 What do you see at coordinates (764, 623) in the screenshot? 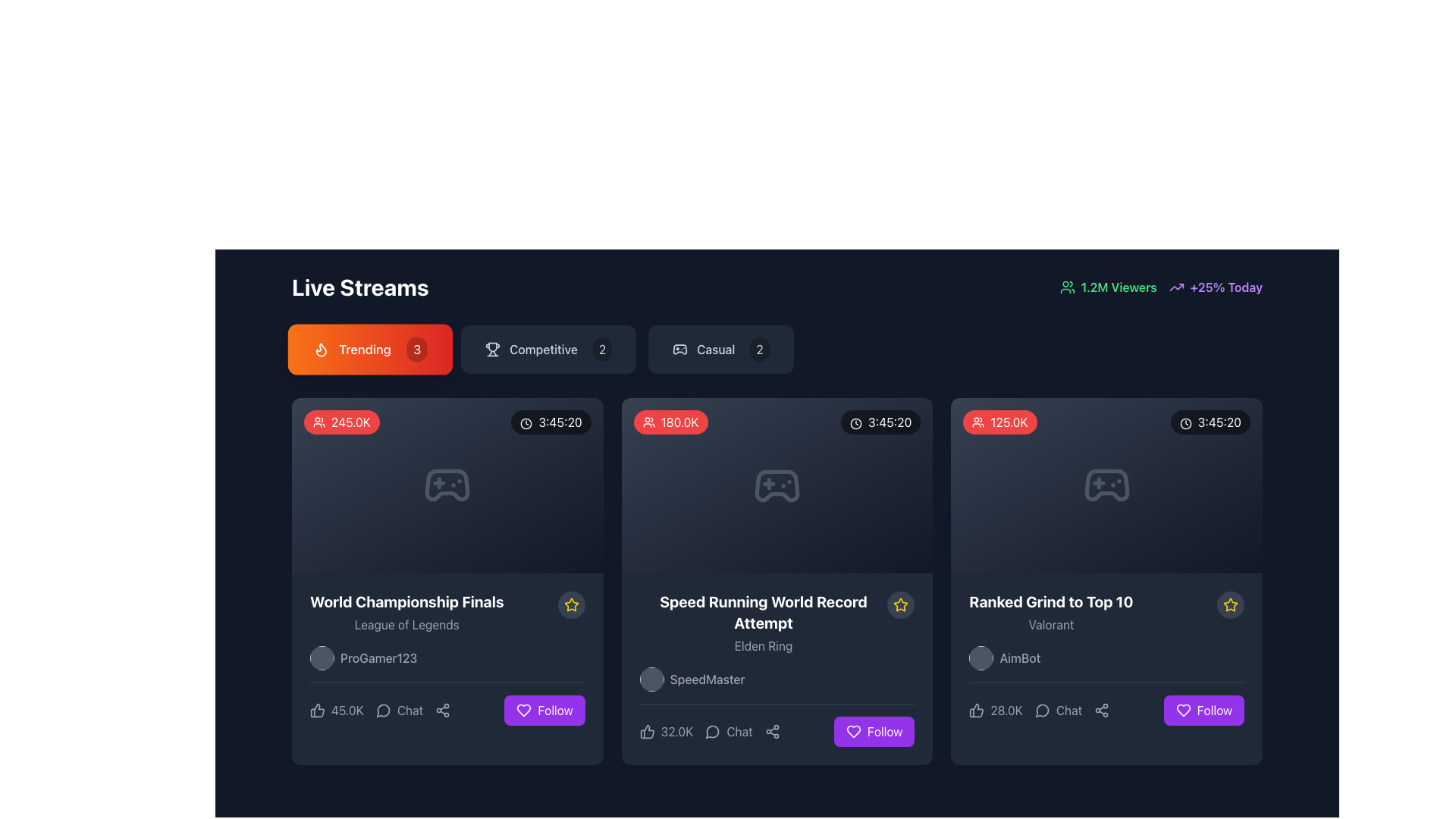
I see `the text block displaying the title and subtitle of the live stream, which is located below the image of a game controller in the middle card of a three-card layout` at bounding box center [764, 623].